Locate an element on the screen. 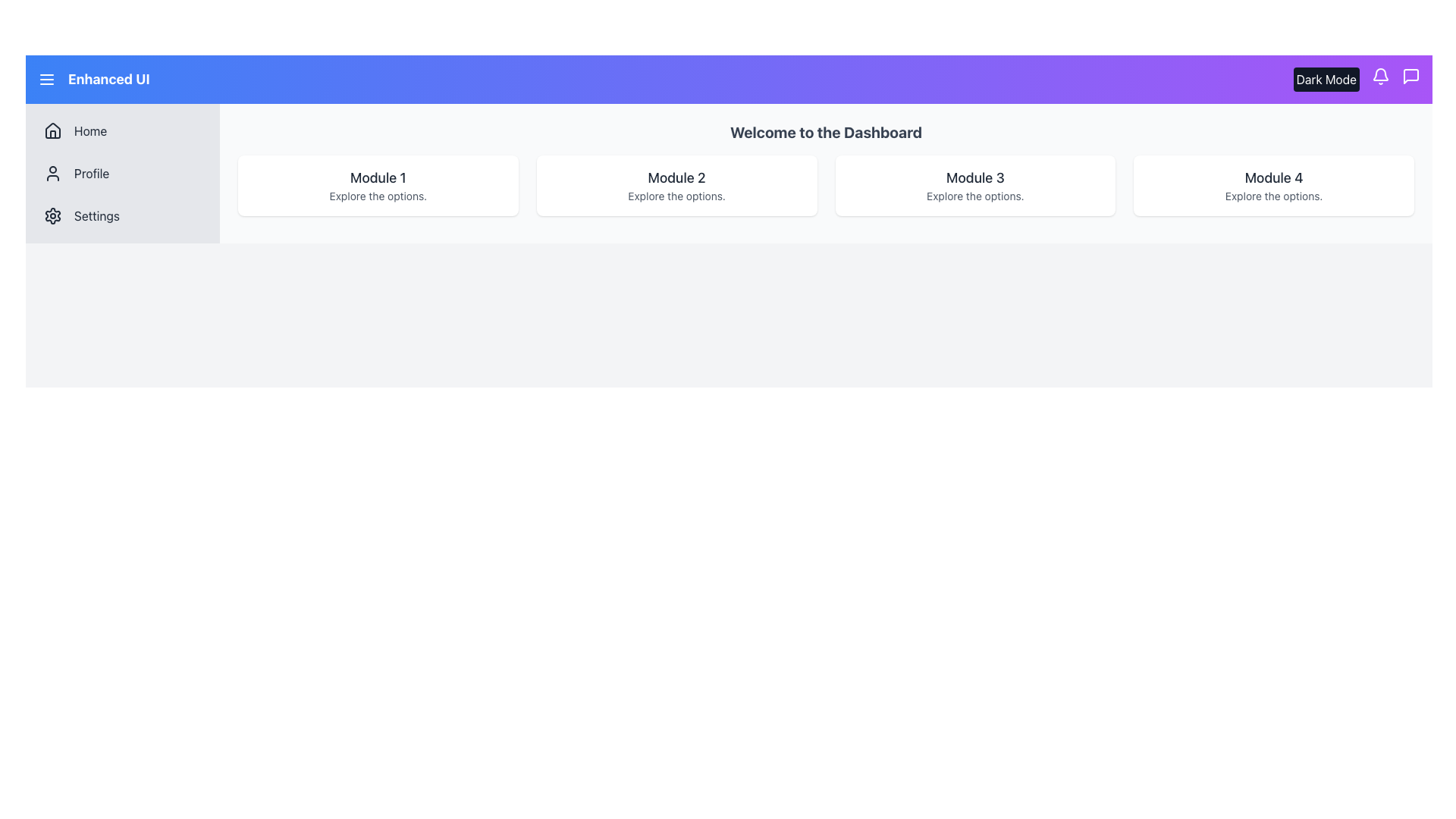 The width and height of the screenshot is (1456, 819). the toggle button in the top-right corner of the navigation bar is located at coordinates (1326, 79).